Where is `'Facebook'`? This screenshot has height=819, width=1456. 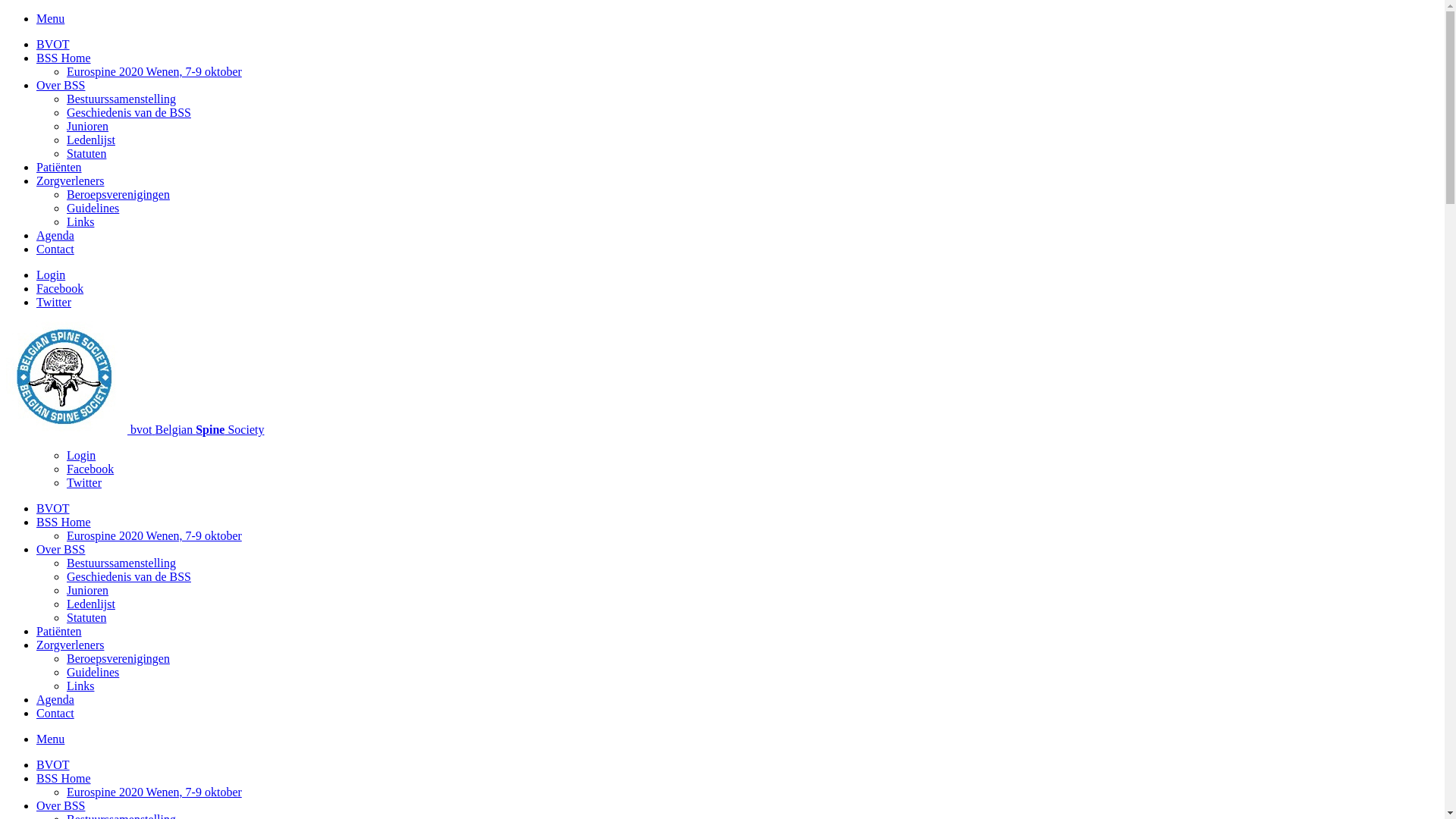
'Facebook' is located at coordinates (89, 468).